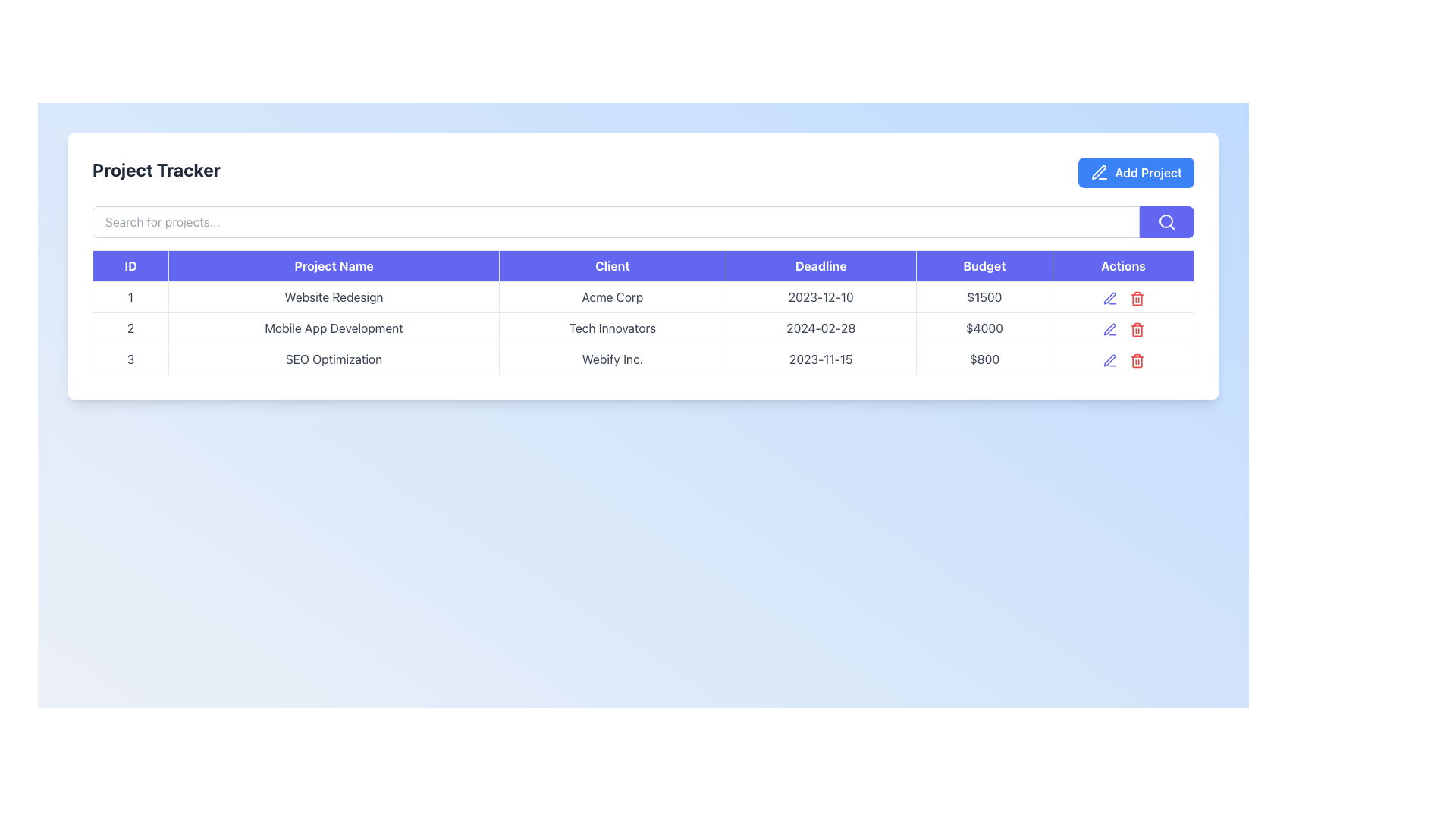 This screenshot has width=1456, height=819. I want to click on the trash bin icon located in the last row of the table under the 'Actions' column, which visually communicates the delete action, so click(1137, 330).